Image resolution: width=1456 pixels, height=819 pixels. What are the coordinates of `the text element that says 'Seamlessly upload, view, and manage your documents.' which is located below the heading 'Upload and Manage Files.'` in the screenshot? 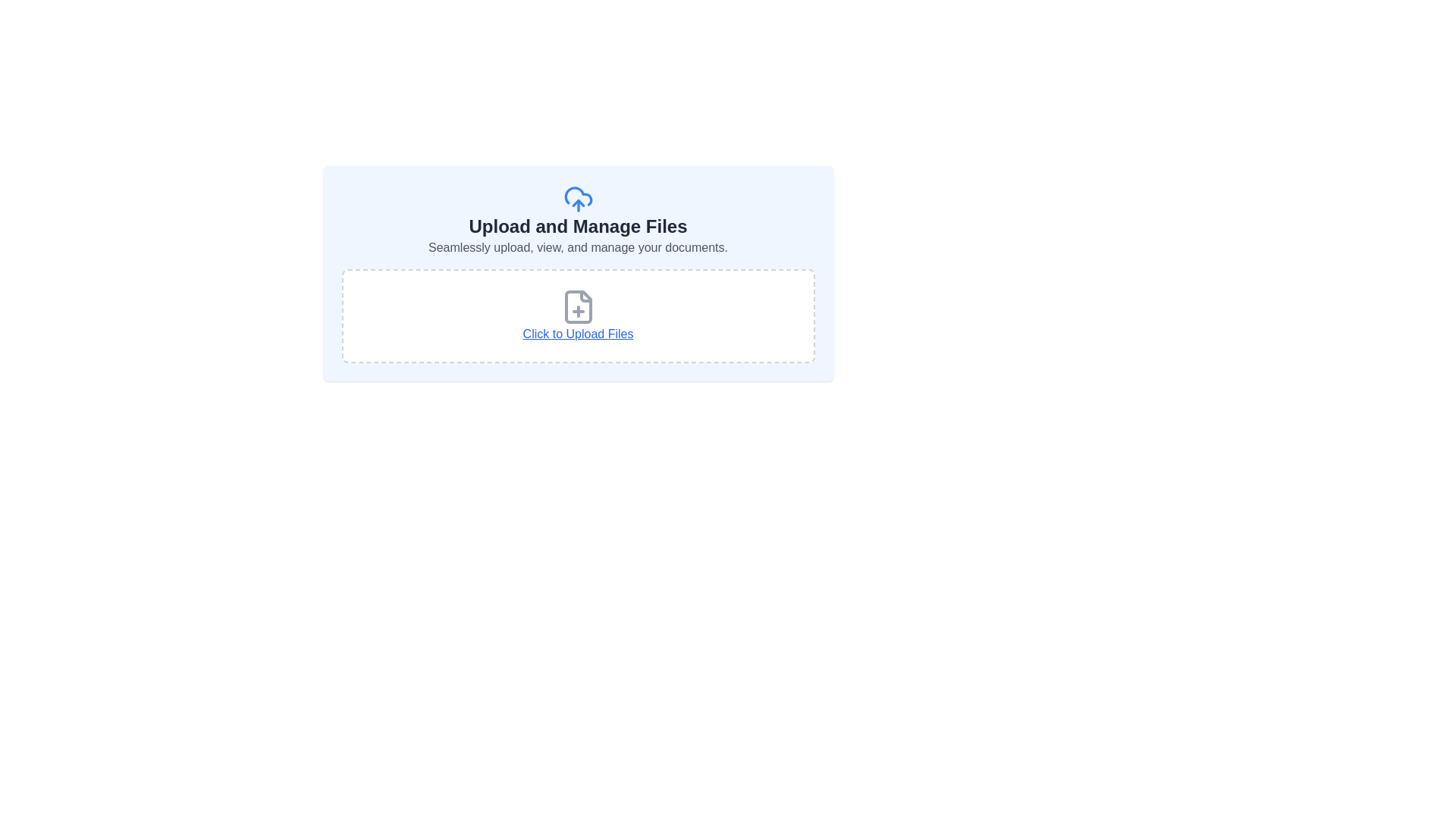 It's located at (577, 247).